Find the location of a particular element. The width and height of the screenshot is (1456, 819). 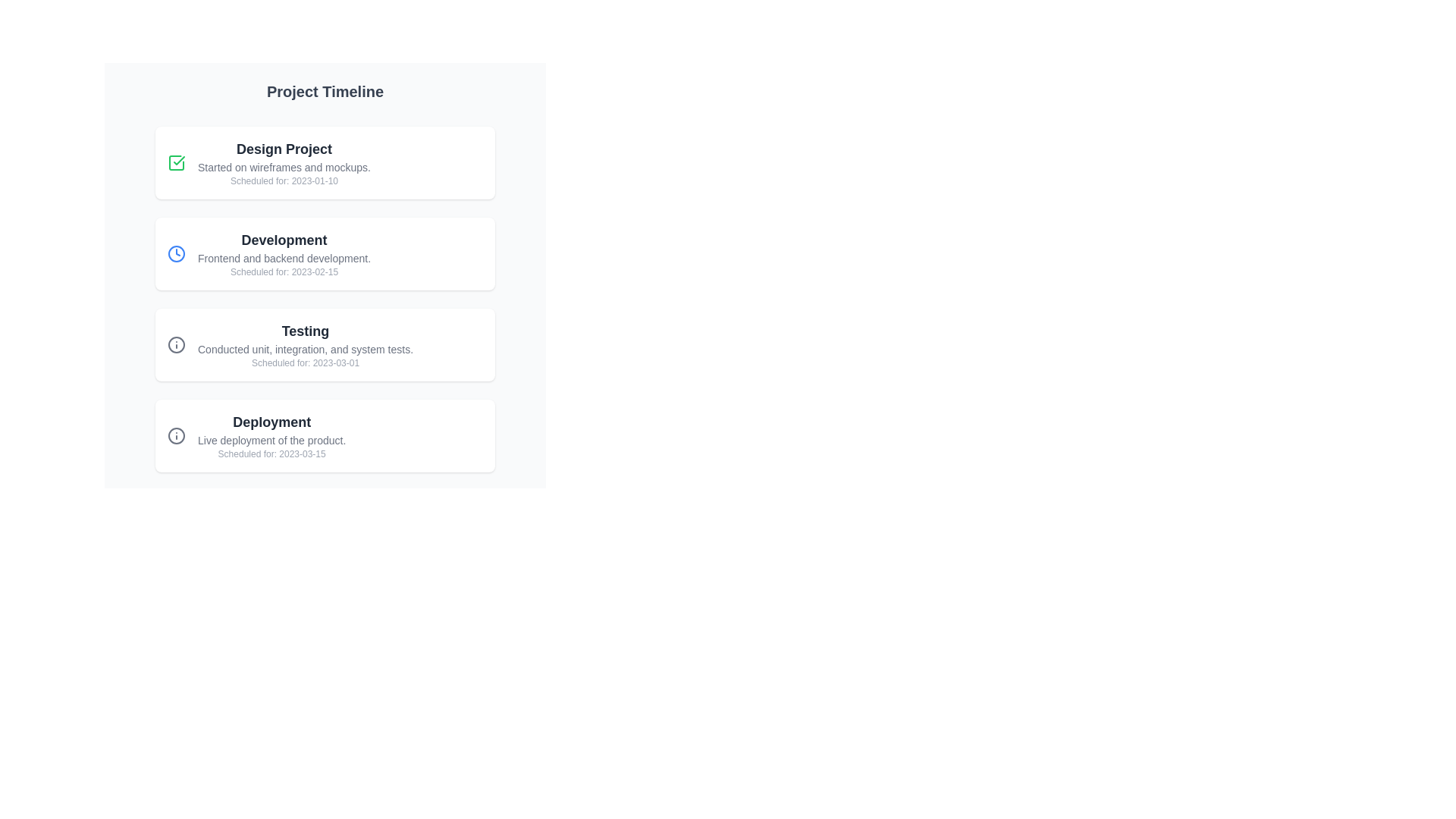

the text of the 'Design Project' milestone card located at the top of the project timeline list for accessibility purposes is located at coordinates (284, 163).